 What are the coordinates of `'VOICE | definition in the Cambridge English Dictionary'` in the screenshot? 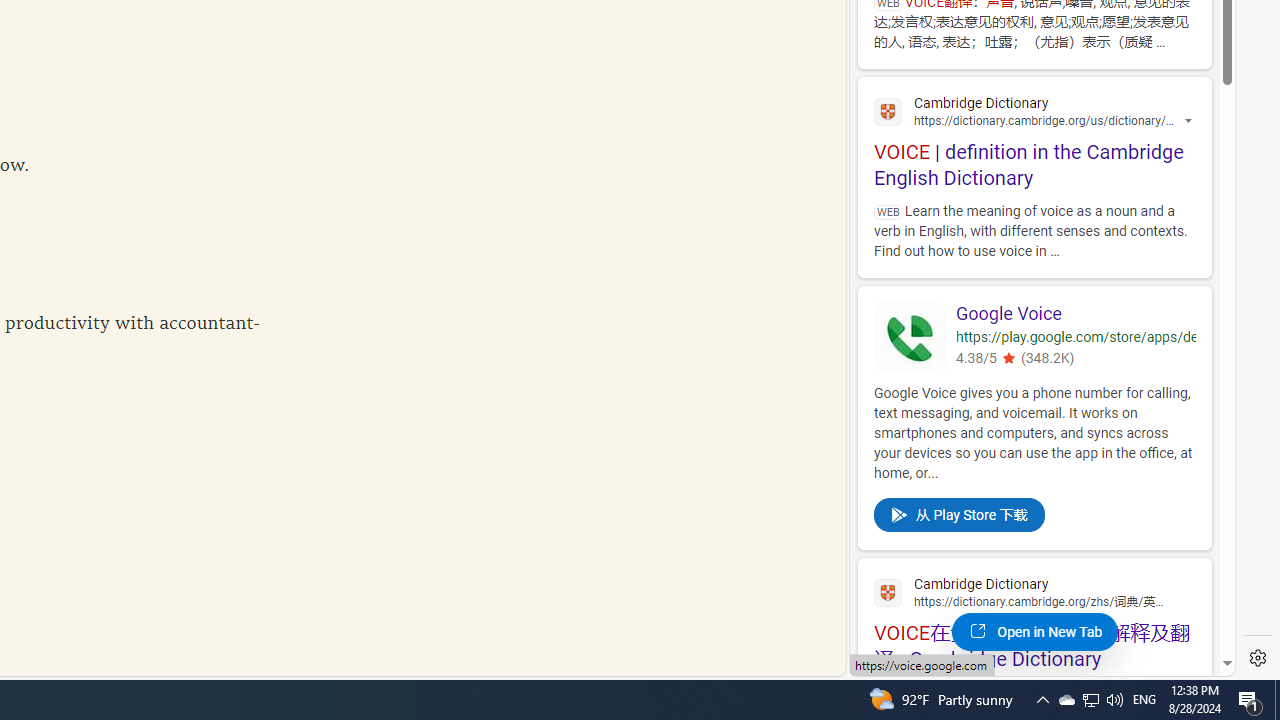 It's located at (1034, 138).